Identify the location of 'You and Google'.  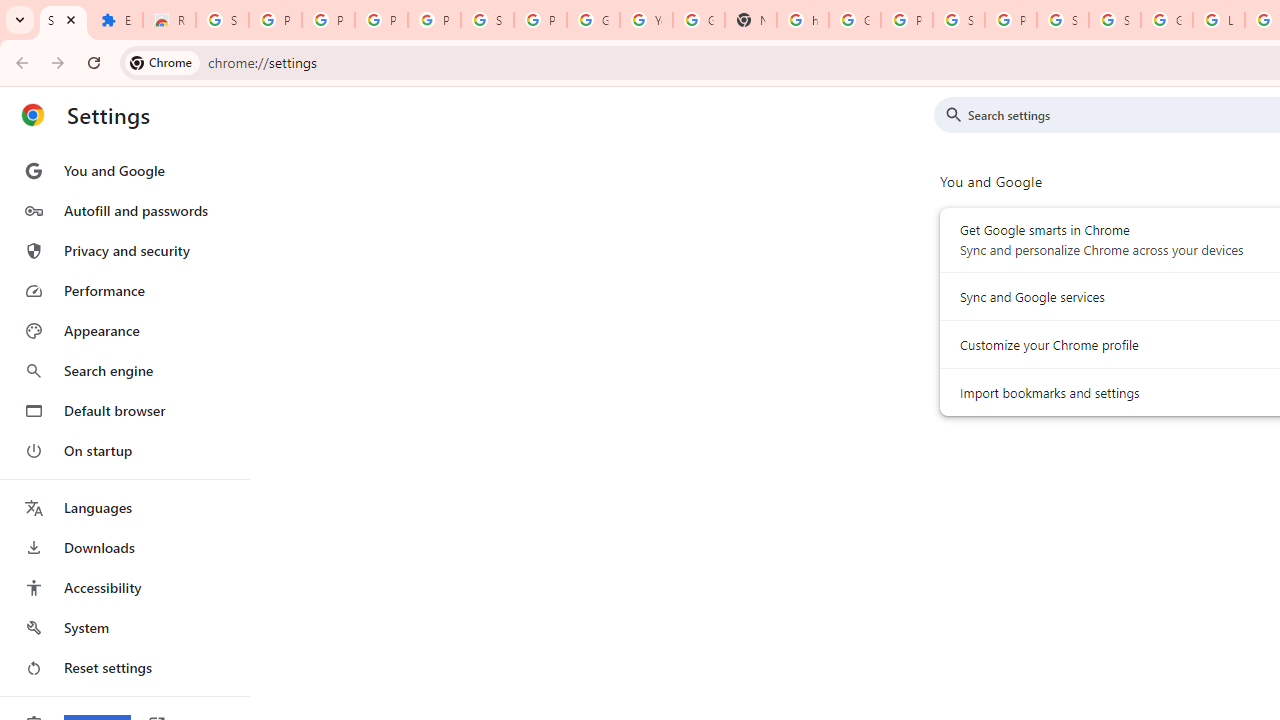
(123, 170).